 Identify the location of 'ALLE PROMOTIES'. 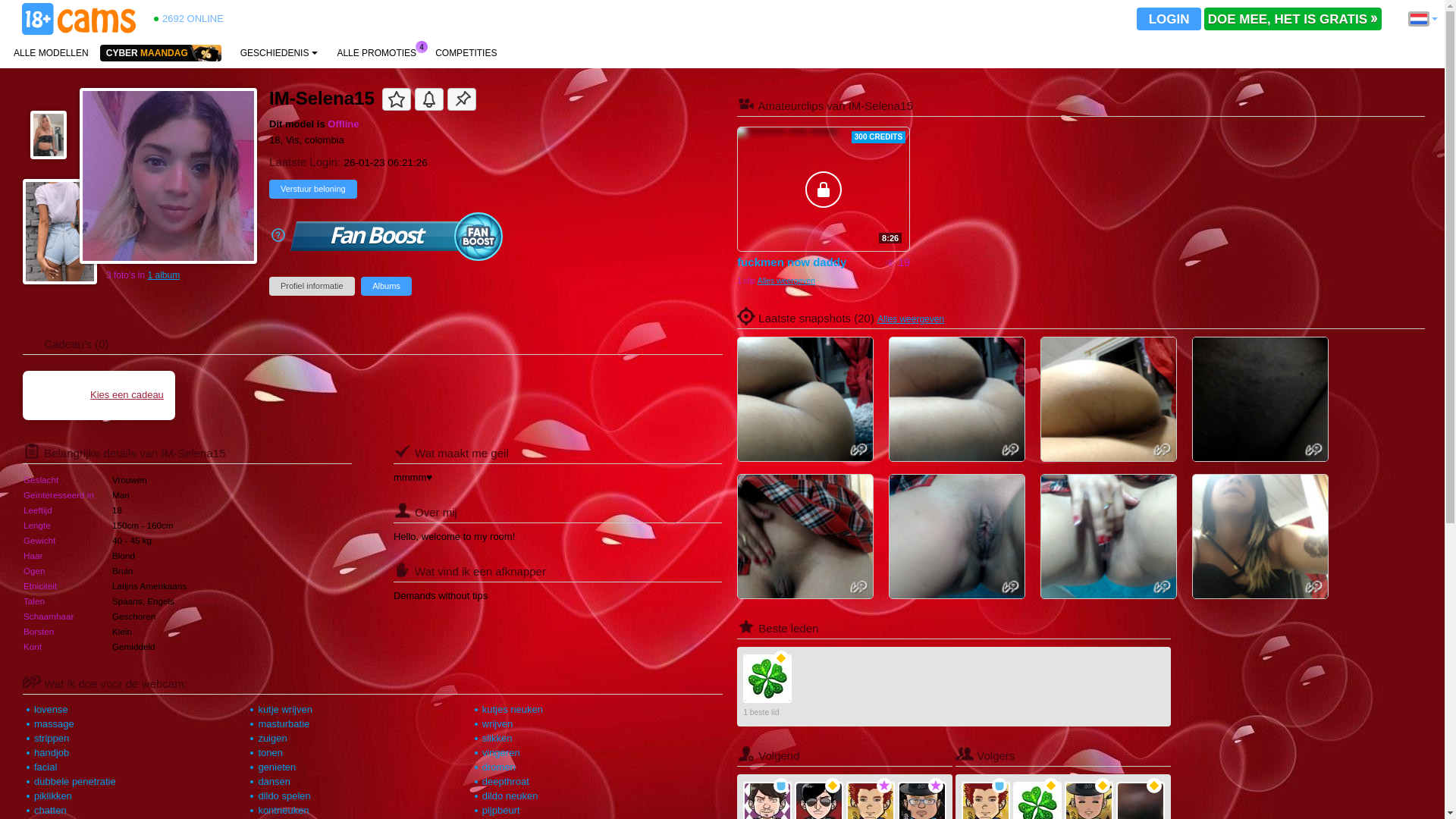
(376, 52).